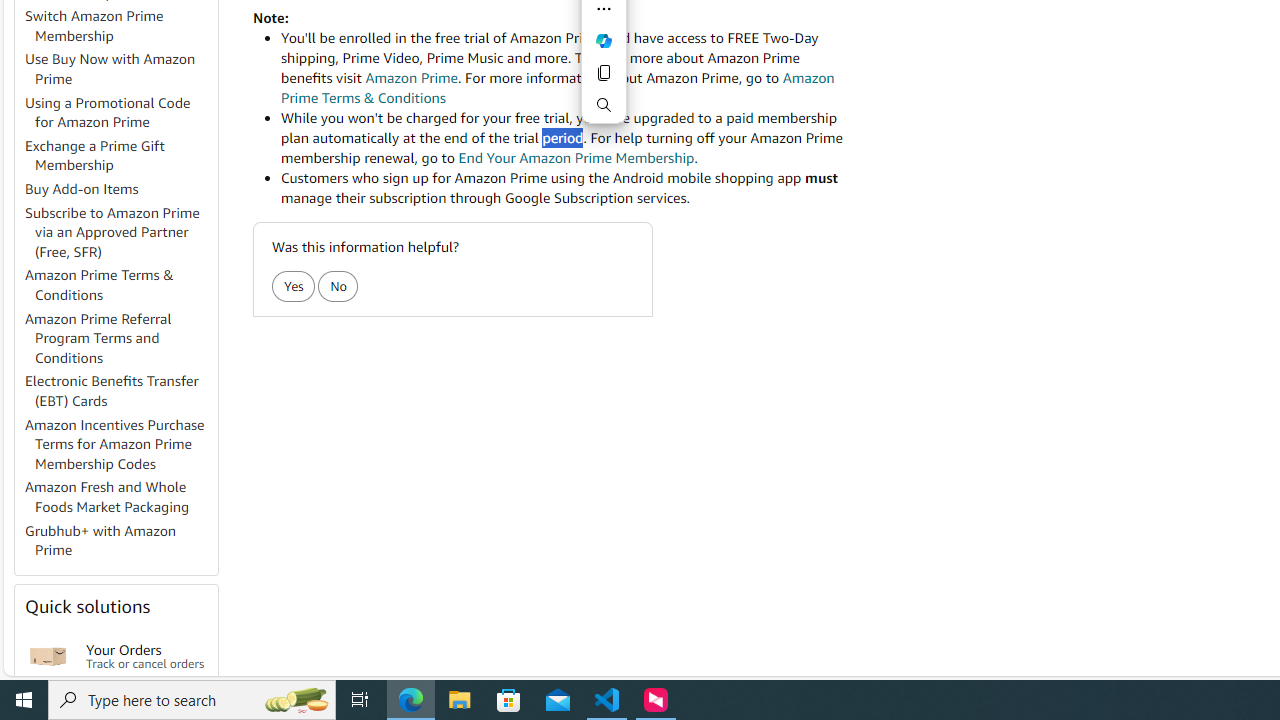 The width and height of the screenshot is (1280, 720). Describe the element at coordinates (94, 154) in the screenshot. I see `'Exchange a Prime Gift Membership'` at that location.